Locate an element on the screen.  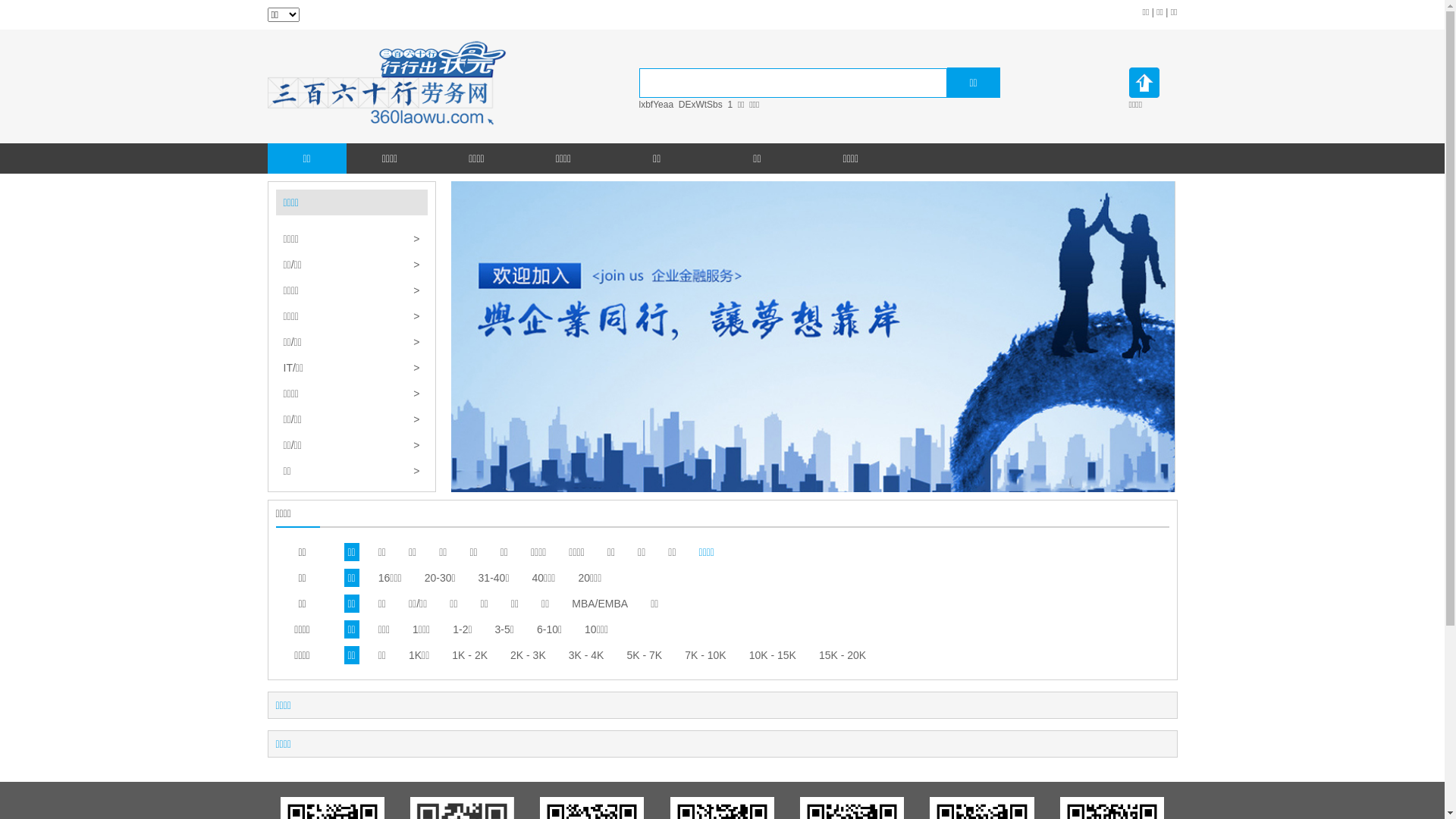
'5K - 7K' is located at coordinates (644, 654).